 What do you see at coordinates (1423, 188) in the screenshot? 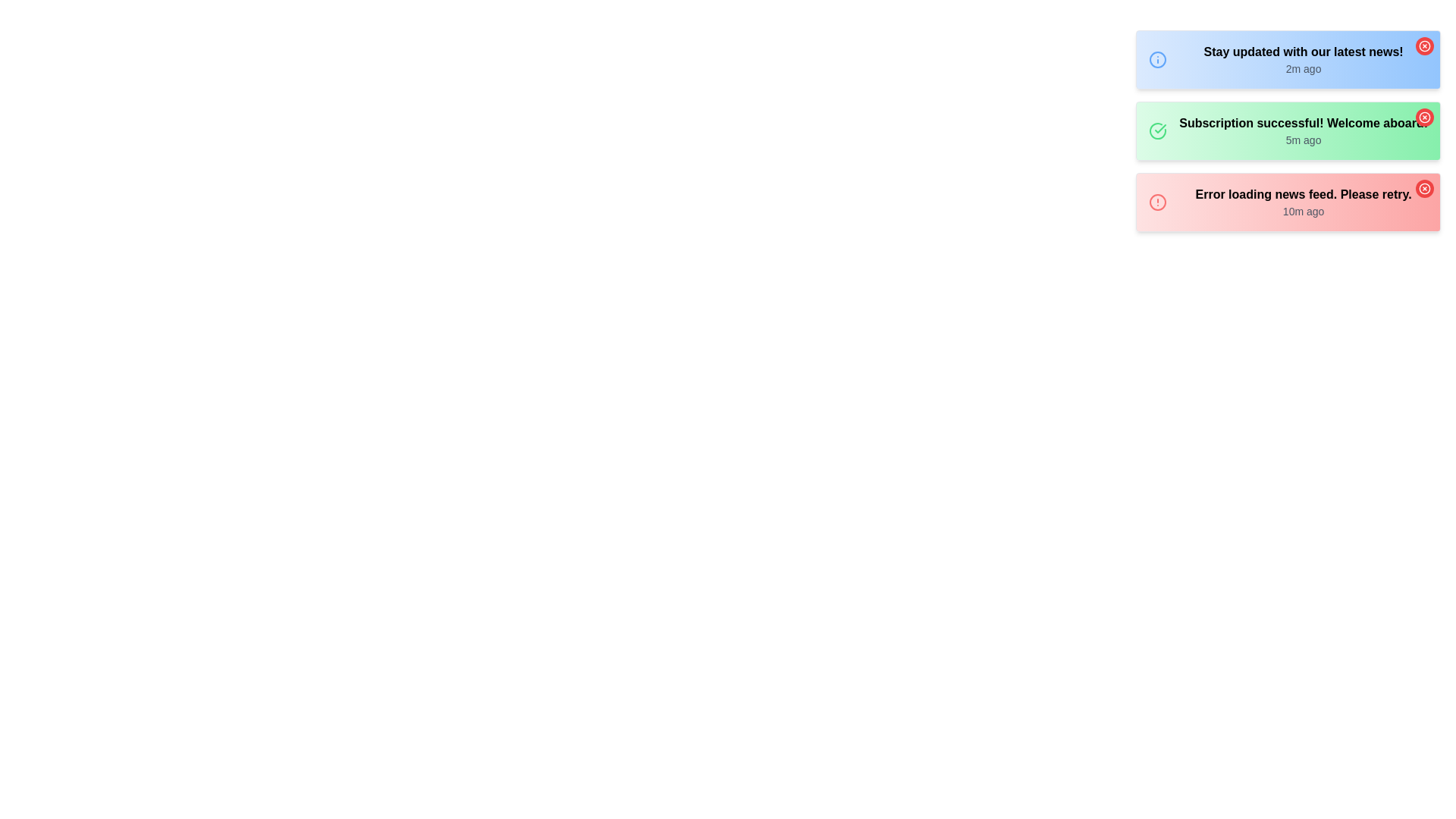
I see `the red circular button with a white 'X' symbol in the top-right corner of the error message card` at bounding box center [1423, 188].